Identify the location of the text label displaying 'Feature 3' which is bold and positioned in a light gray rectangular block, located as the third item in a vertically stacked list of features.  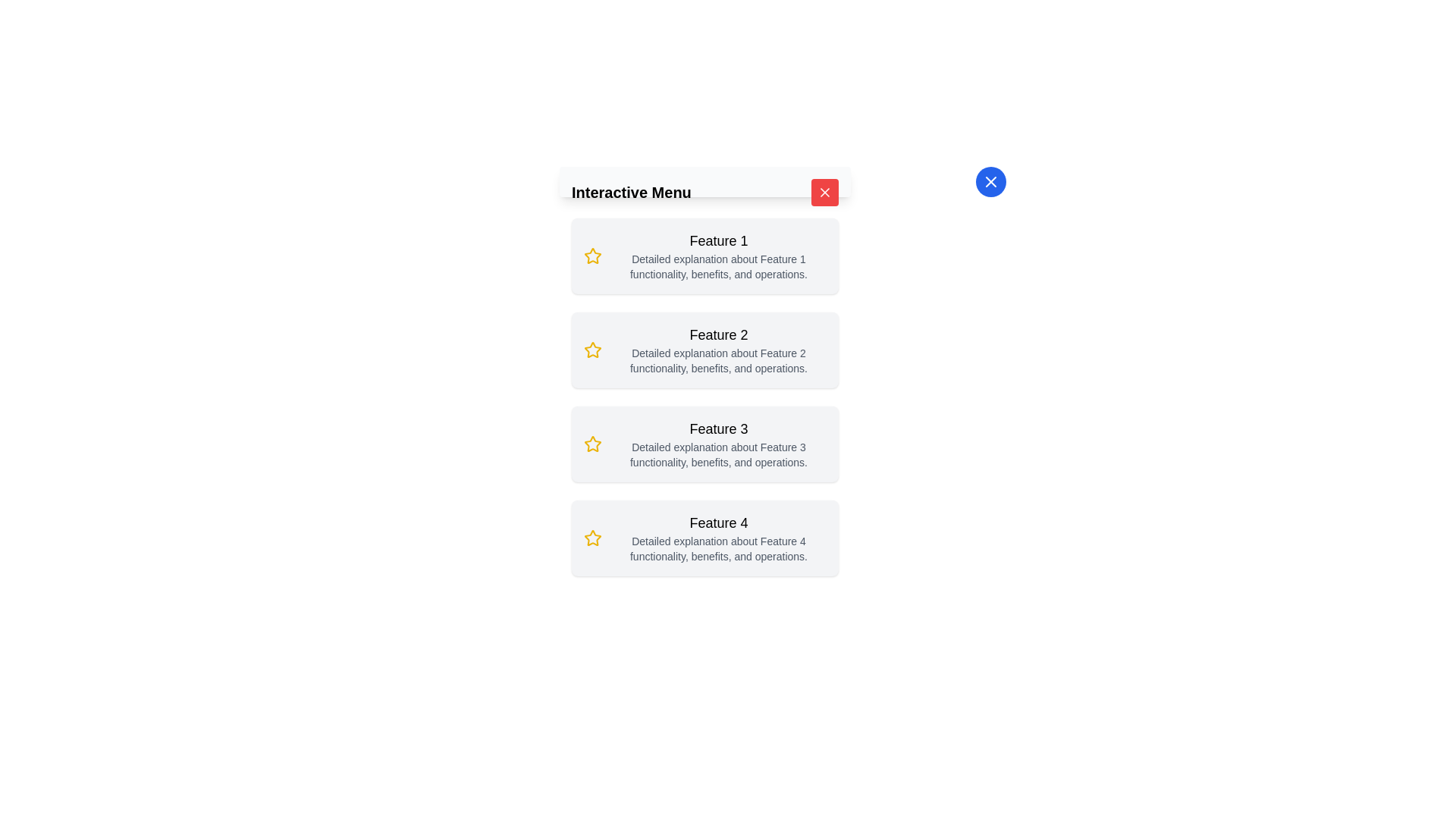
(718, 429).